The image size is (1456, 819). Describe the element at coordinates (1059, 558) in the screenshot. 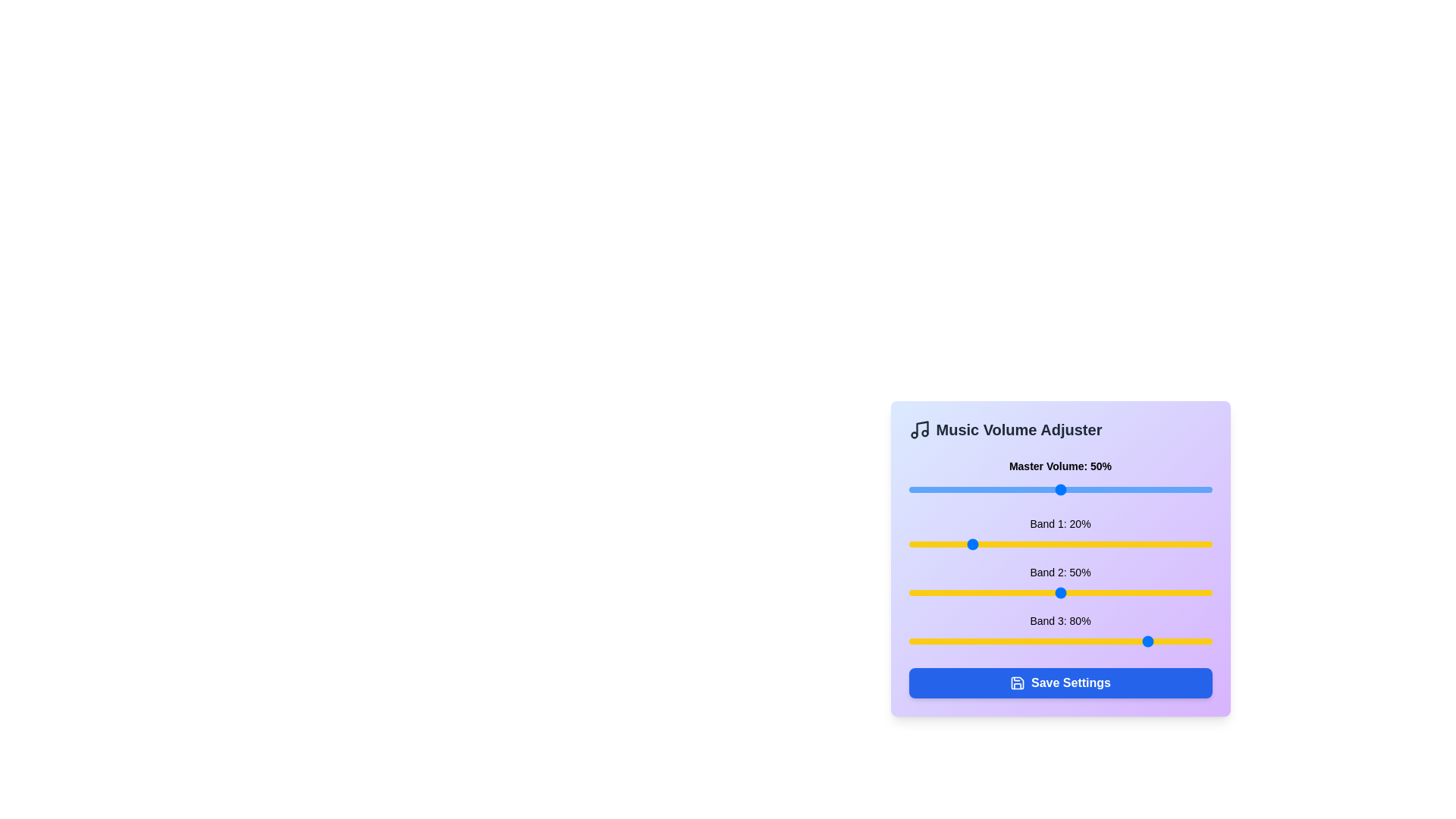

I see `and drag the sliders on the Control panel with slider inputs to adjust volume levels for Master Volume, Band 1, Band 2, and Band 3, which are located below the title 'Music Volume Adjuster'` at that location.